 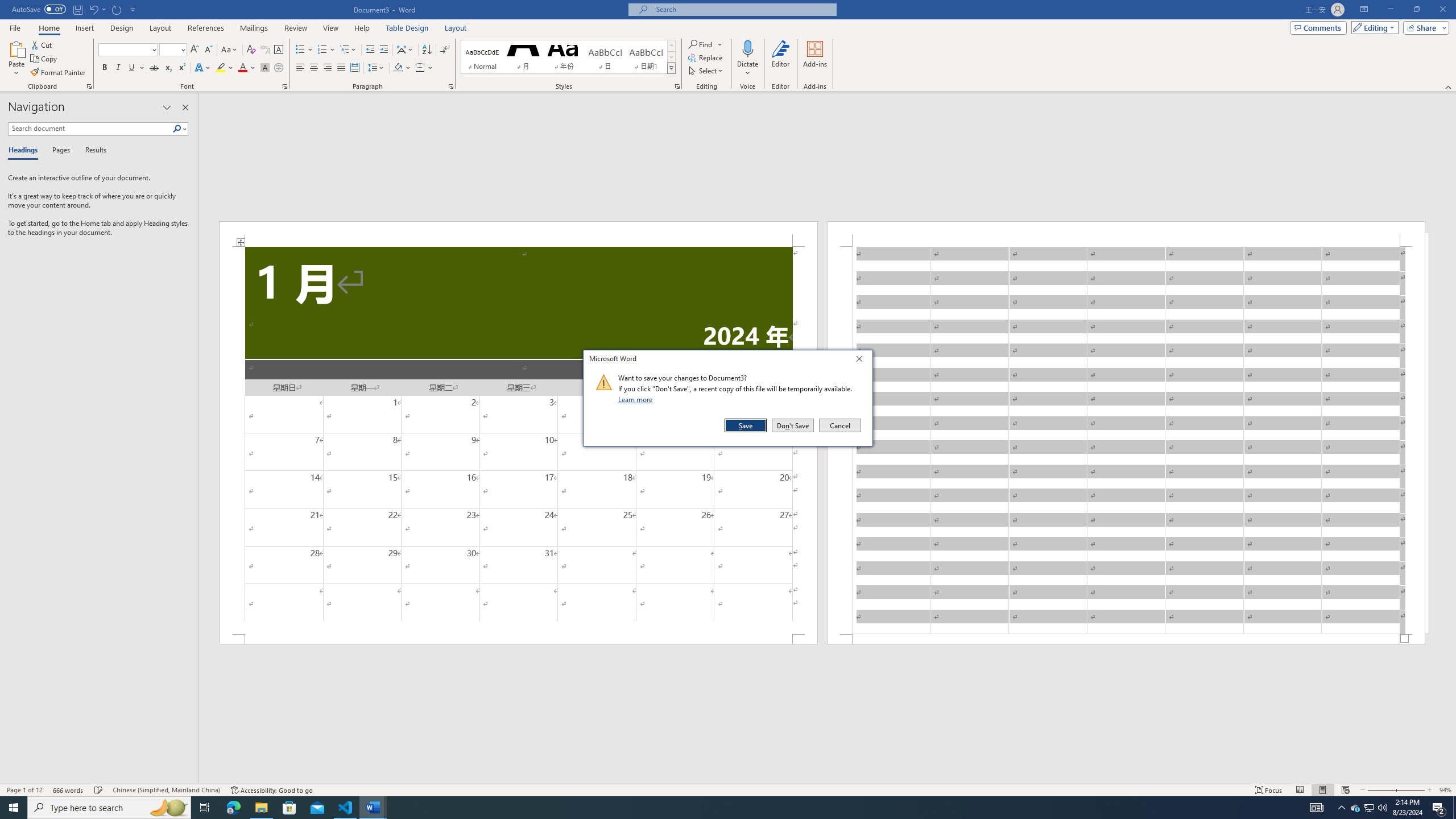 What do you see at coordinates (180, 67) in the screenshot?
I see `'Superscript'` at bounding box center [180, 67].